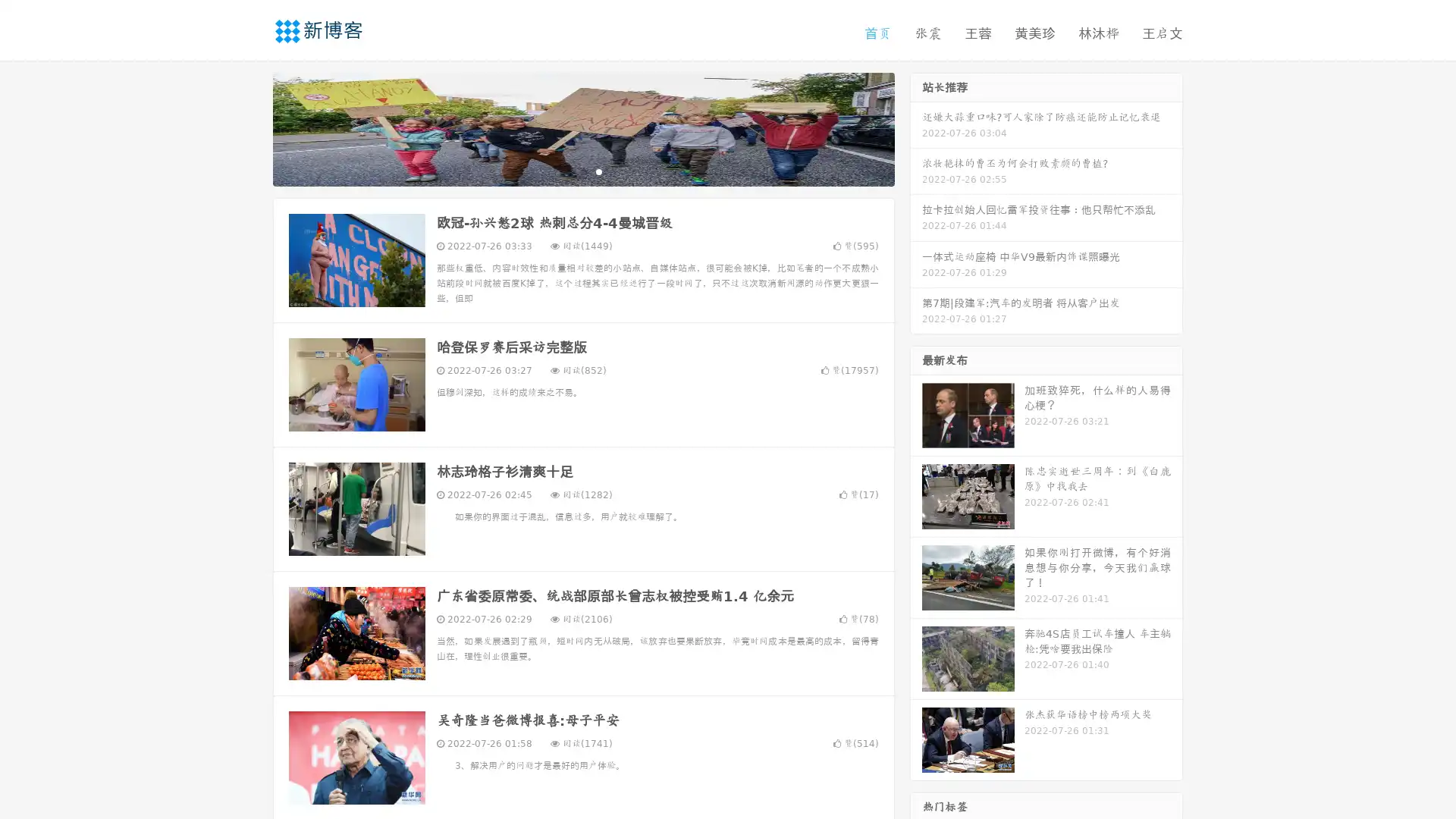  I want to click on Next slide, so click(916, 127).